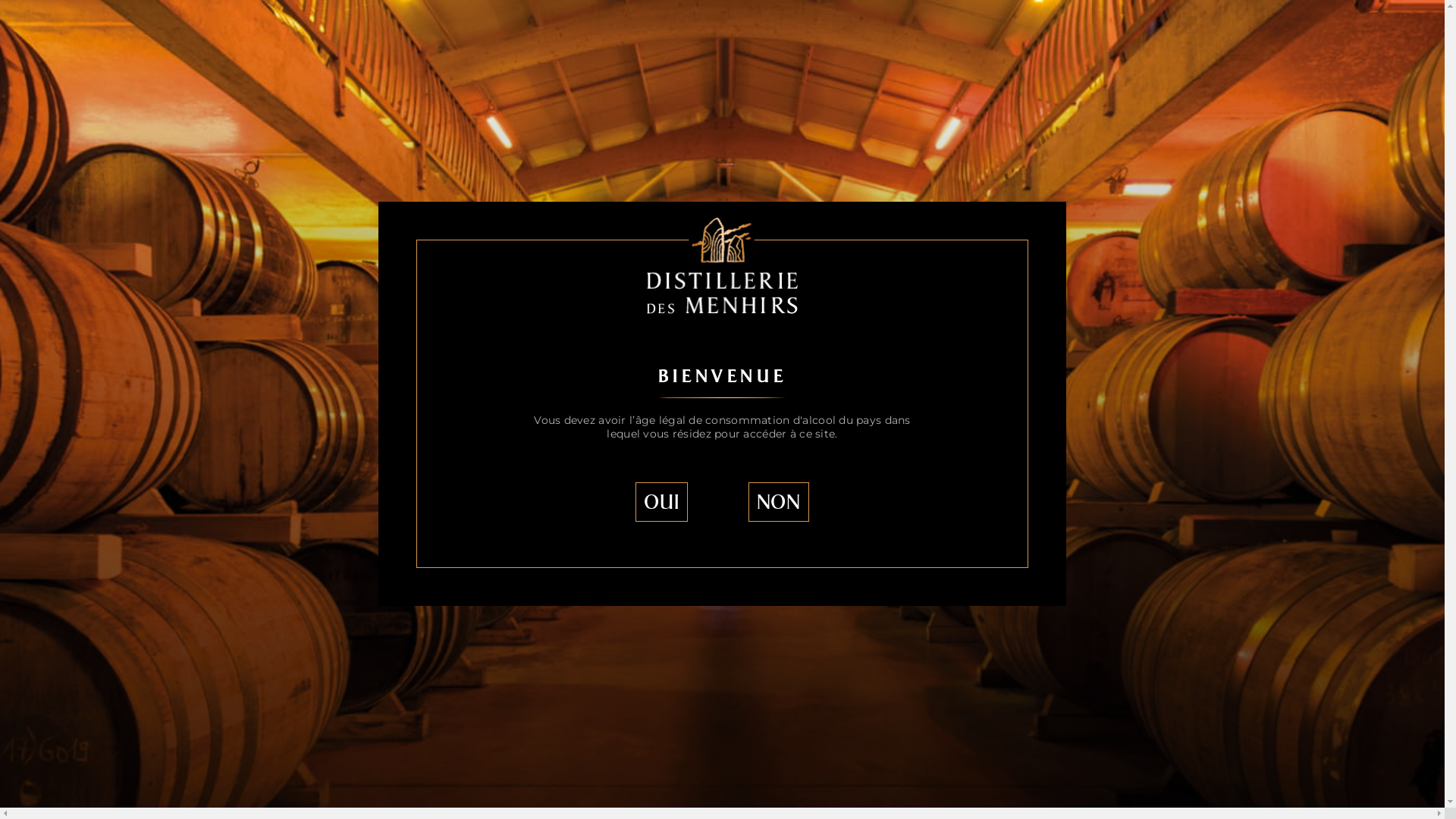  What do you see at coordinates (749, 34) in the screenshot?
I see `'POMMEAUX & LAMBIGS'` at bounding box center [749, 34].